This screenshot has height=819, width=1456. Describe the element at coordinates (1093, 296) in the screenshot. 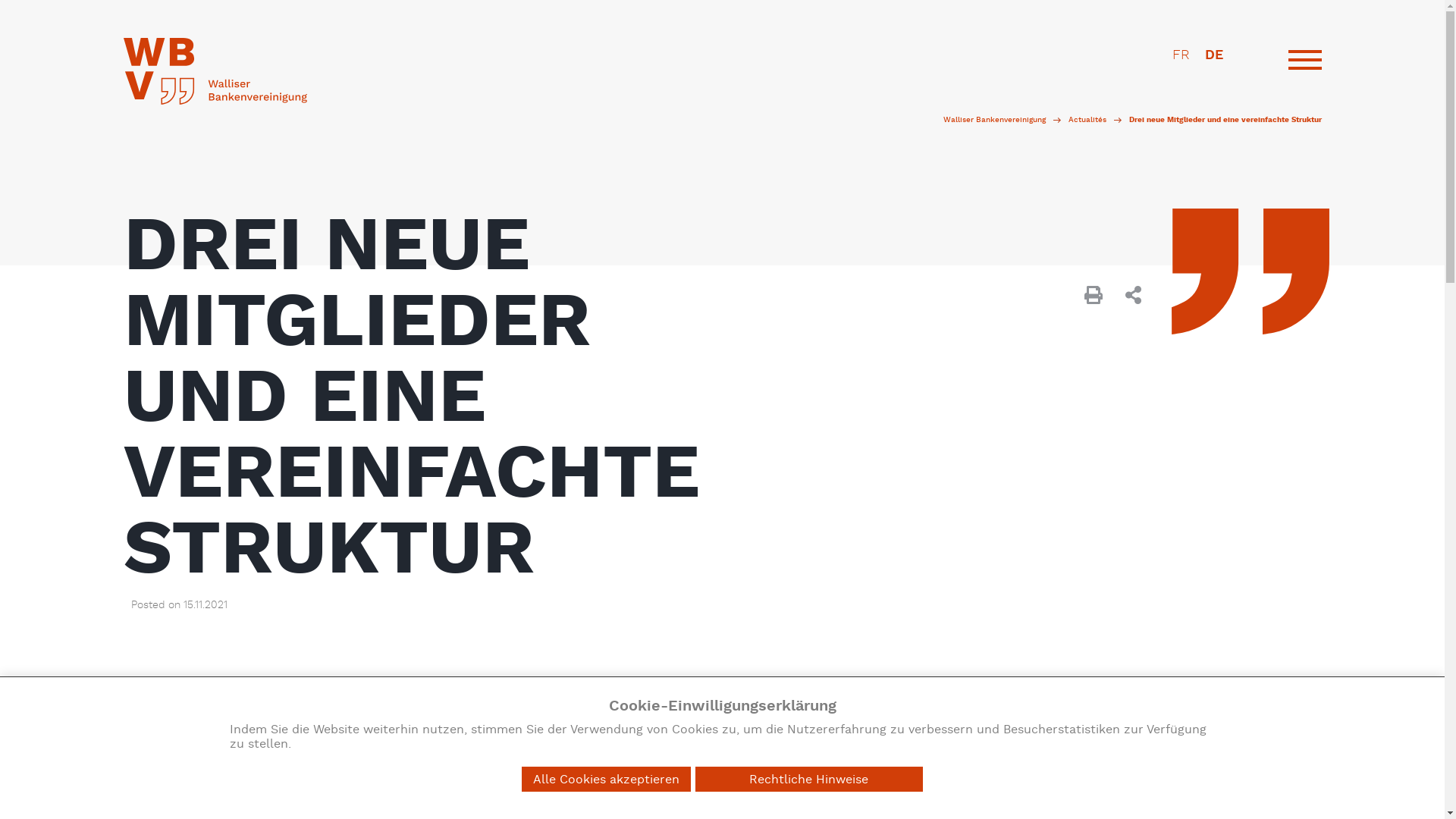

I see `'Print "Drei neue Mitglieder und eine vereinfachte Struktur"'` at that location.